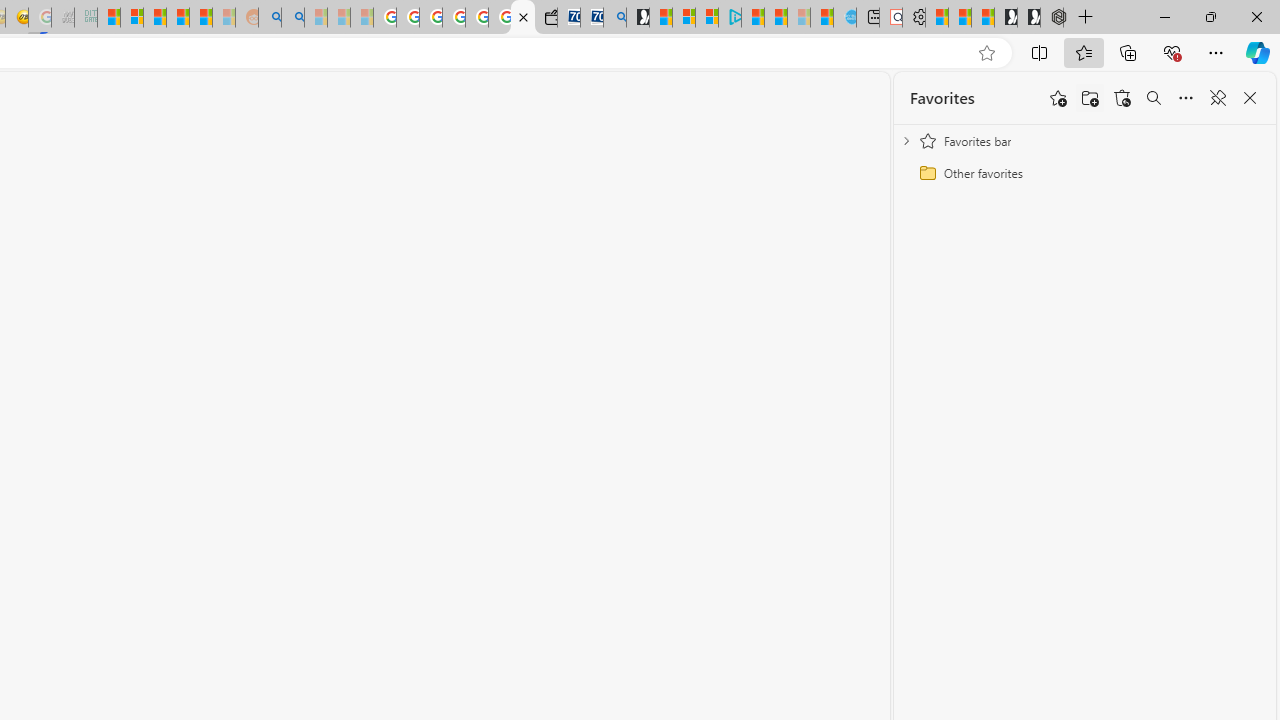 Image resolution: width=1280 pixels, height=720 pixels. Describe the element at coordinates (591, 17) in the screenshot. I see `'Cheap Car Rentals - Save70.com'` at that location.